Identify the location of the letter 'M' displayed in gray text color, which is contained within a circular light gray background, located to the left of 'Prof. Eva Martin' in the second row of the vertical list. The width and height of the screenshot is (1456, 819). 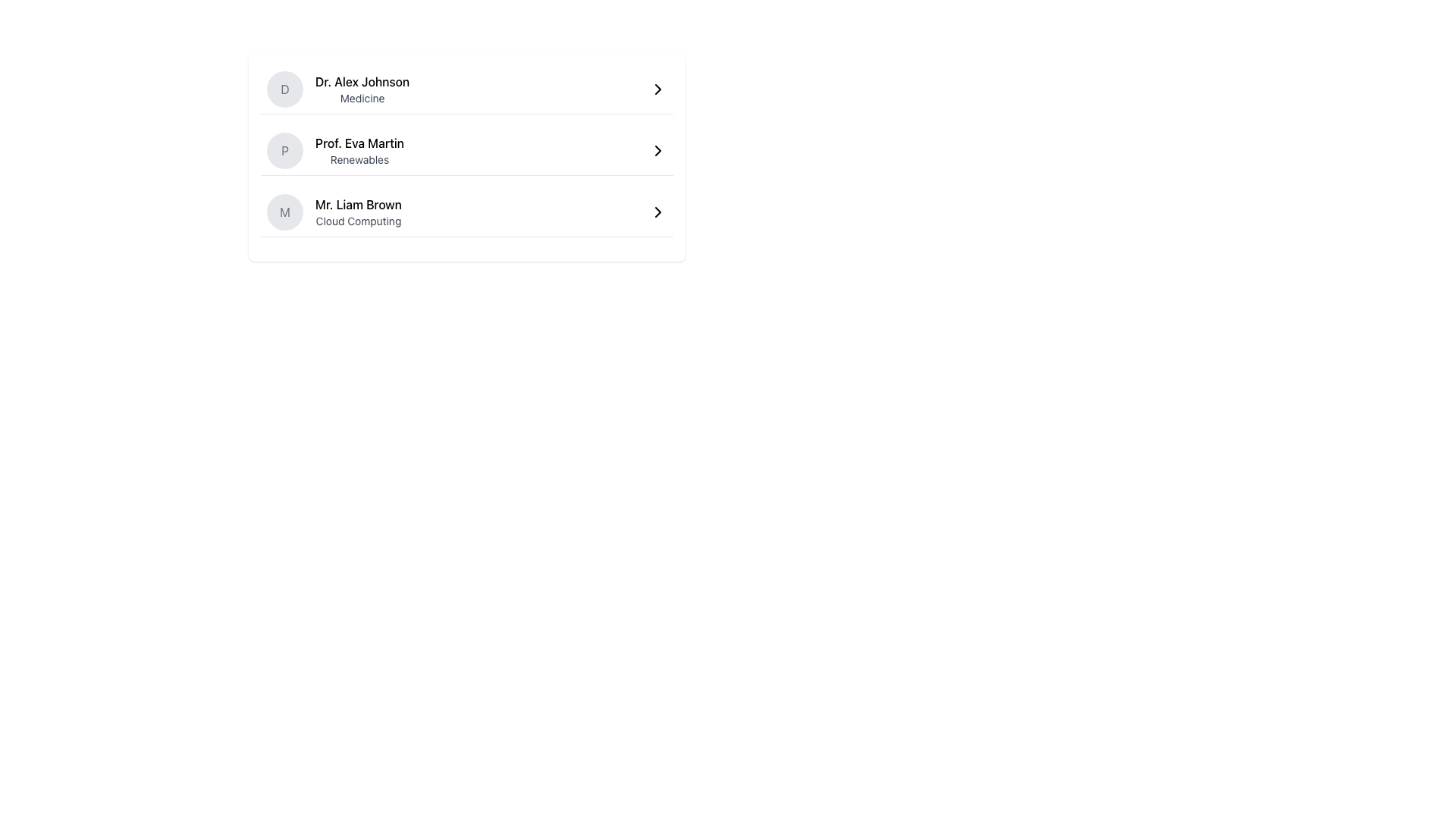
(284, 212).